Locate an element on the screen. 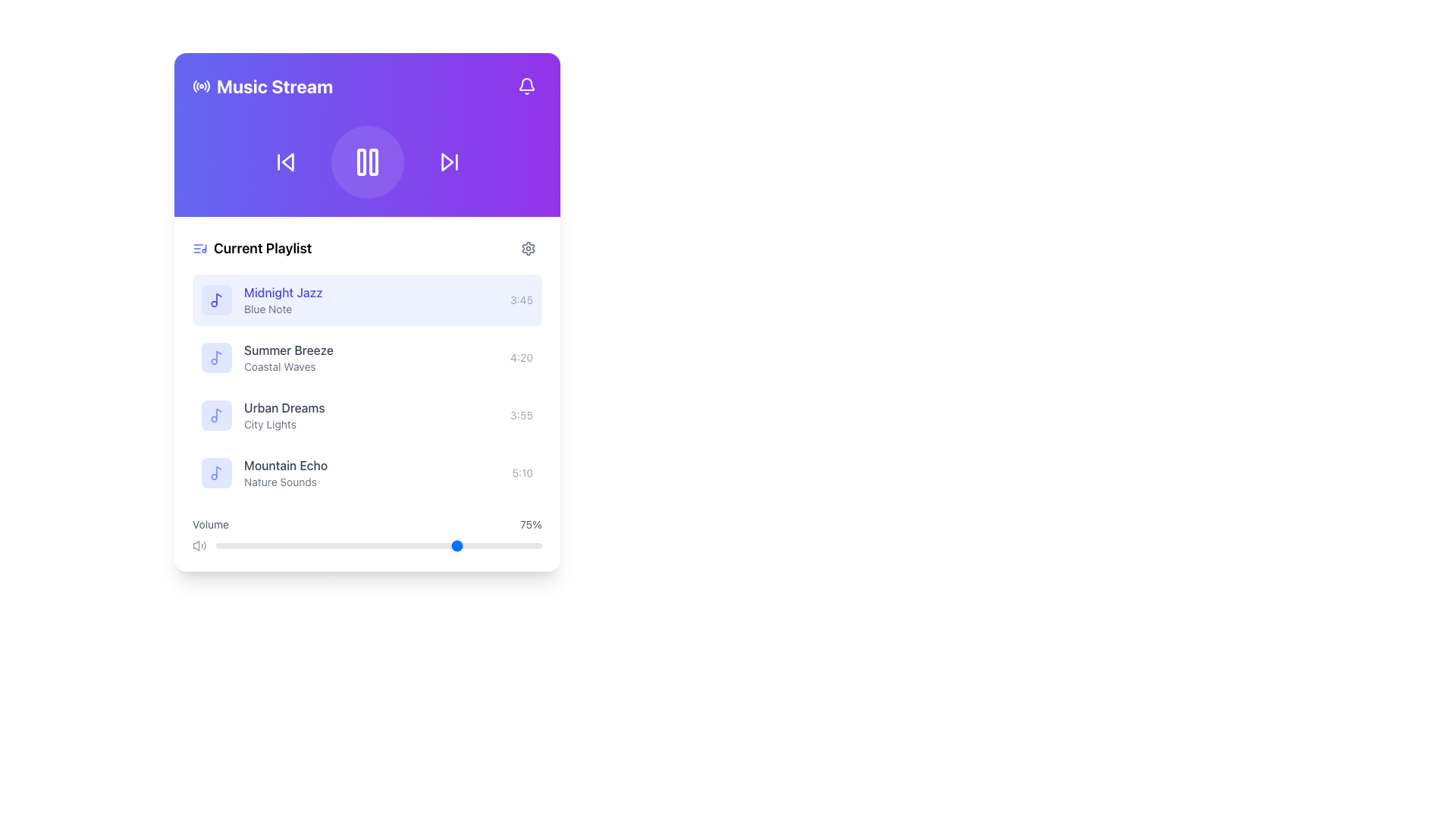 The width and height of the screenshot is (1456, 819). the SVG music category icon located at the top-left corner of the 'Midnight Jazz' playlist item is located at coordinates (216, 357).